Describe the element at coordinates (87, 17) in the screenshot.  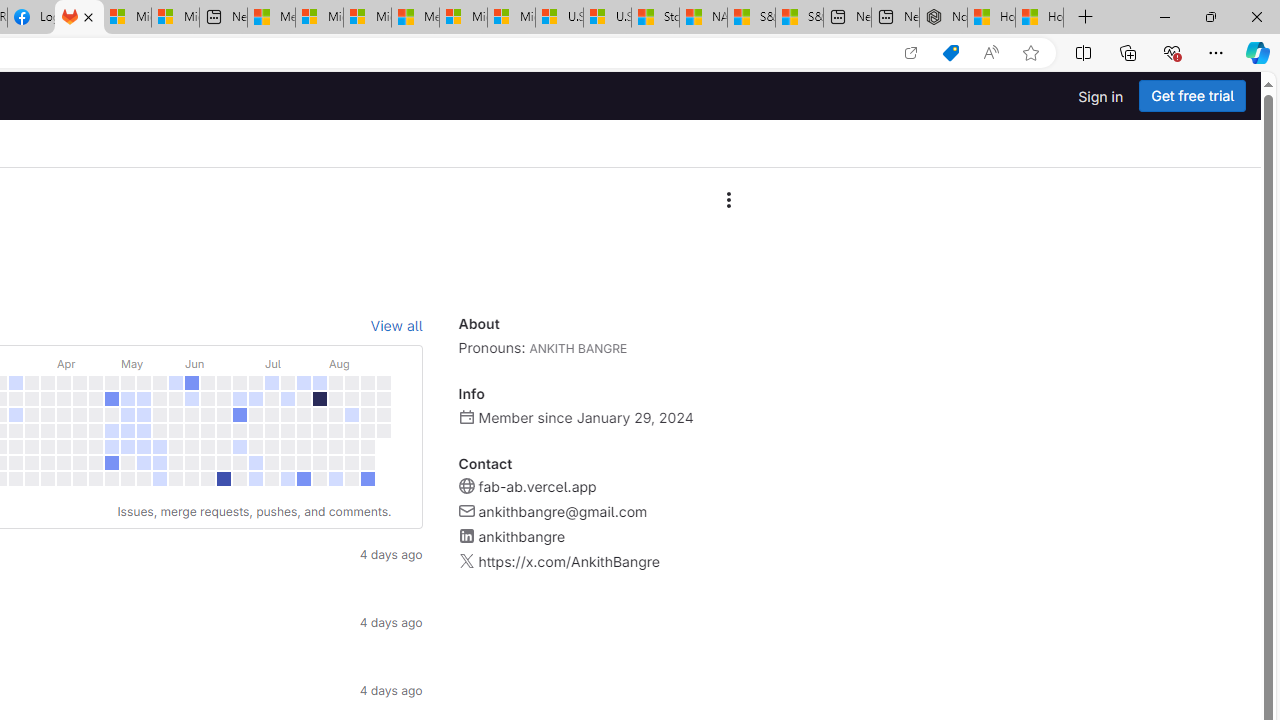
I see `'Close tab'` at that location.